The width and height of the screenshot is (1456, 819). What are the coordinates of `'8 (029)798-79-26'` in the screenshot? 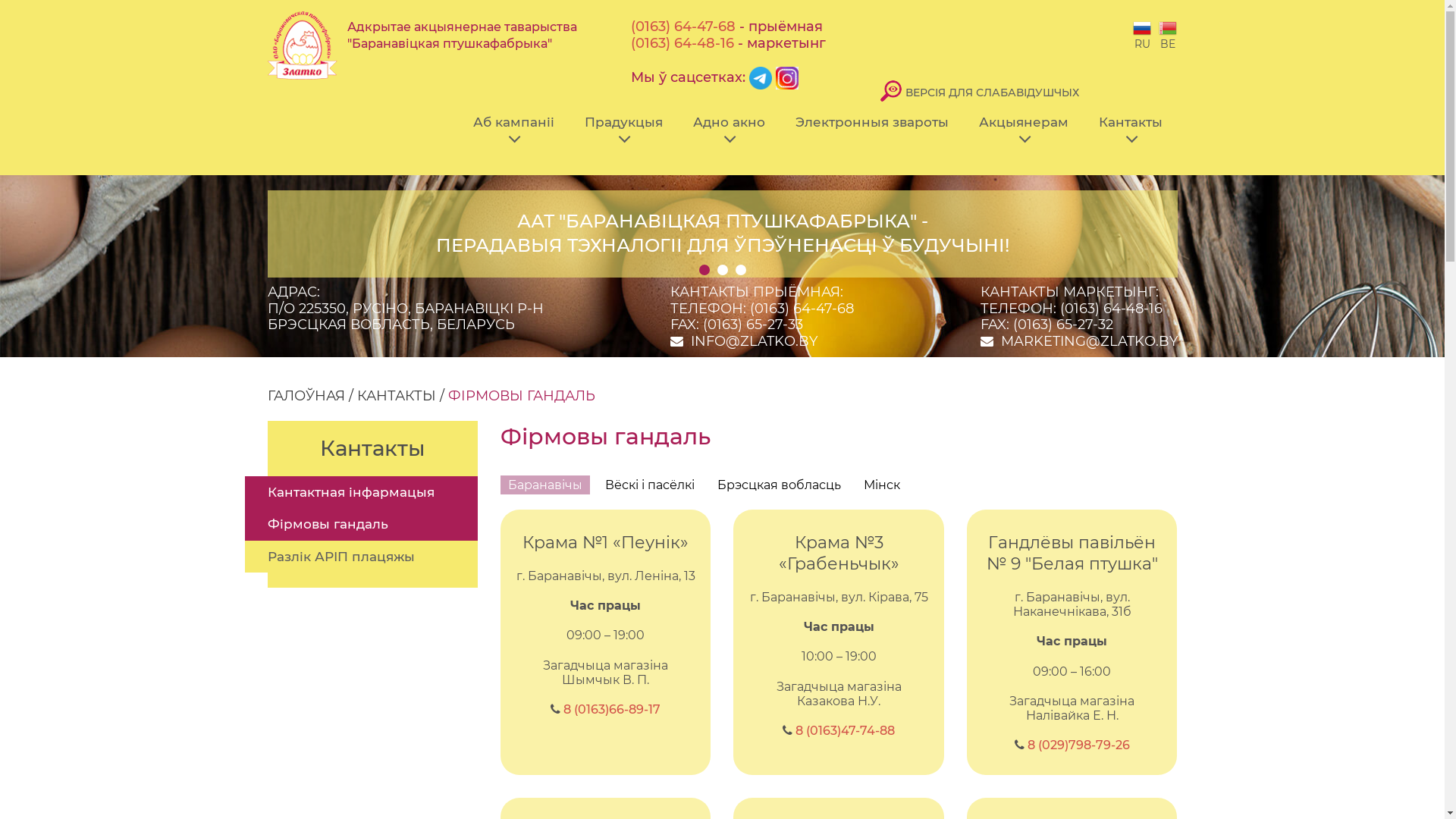 It's located at (1078, 744).